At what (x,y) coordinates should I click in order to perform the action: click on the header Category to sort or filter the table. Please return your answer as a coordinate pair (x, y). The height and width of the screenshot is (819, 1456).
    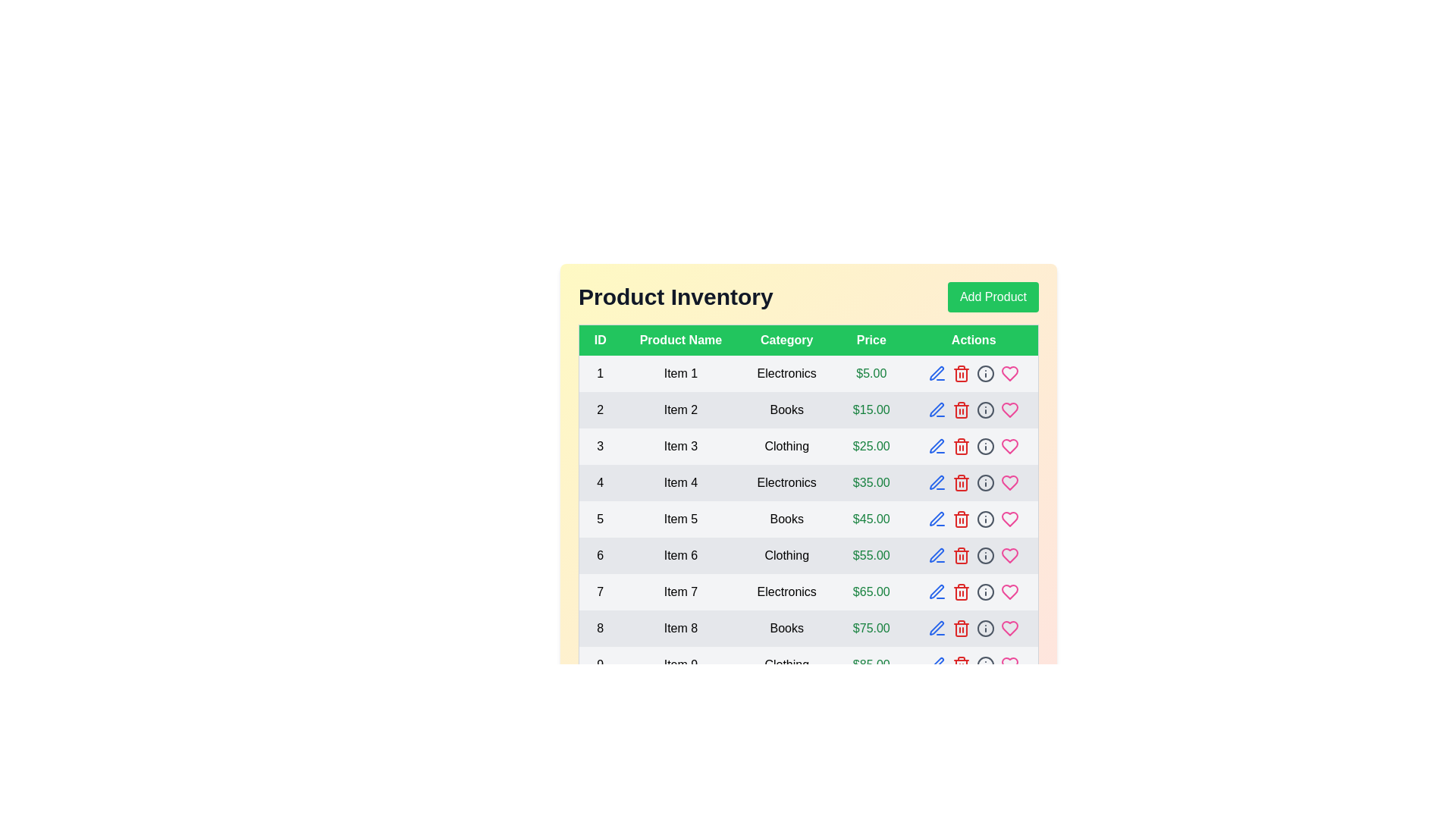
    Looking at the image, I should click on (786, 339).